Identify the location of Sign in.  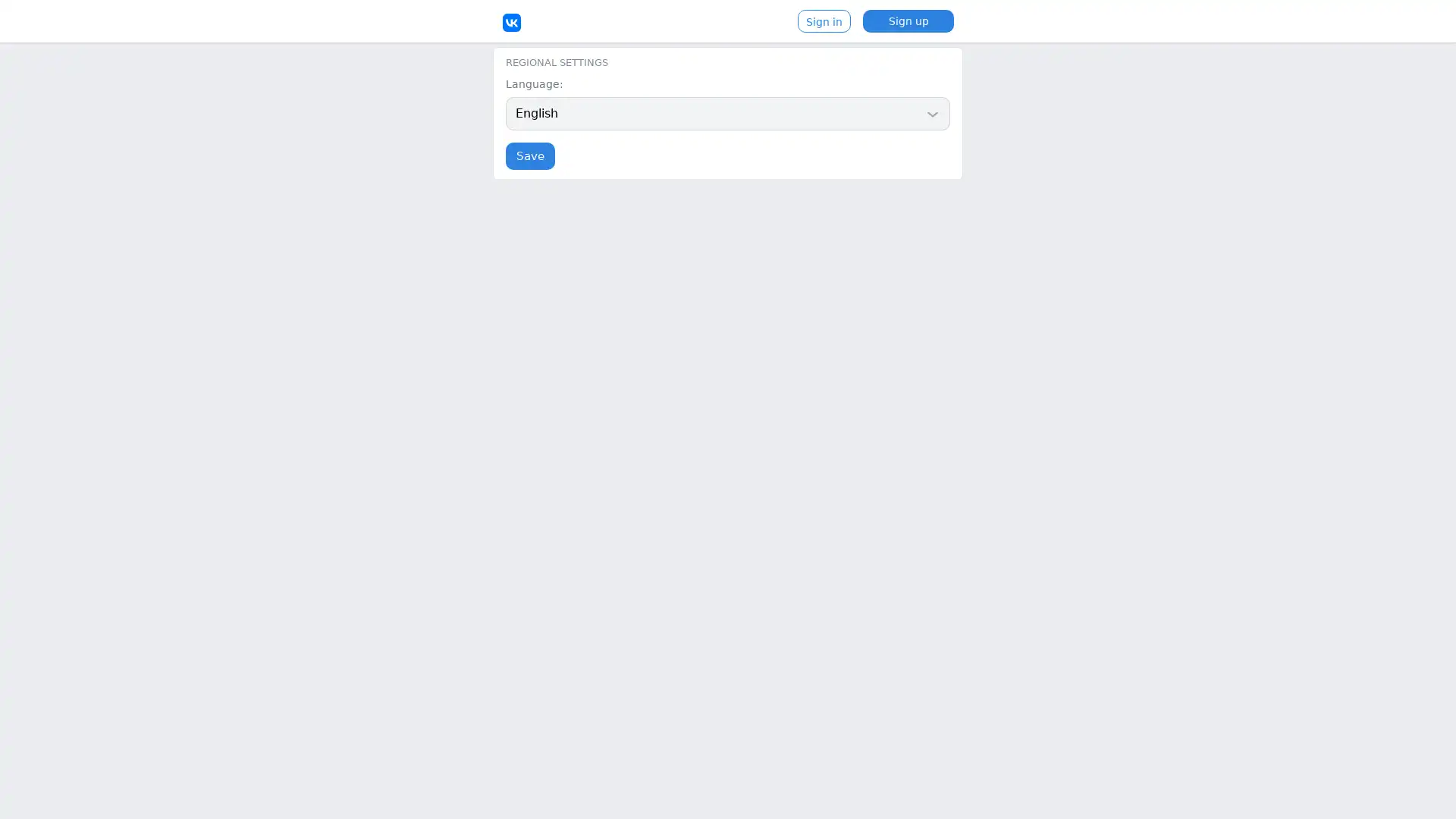
(823, 20).